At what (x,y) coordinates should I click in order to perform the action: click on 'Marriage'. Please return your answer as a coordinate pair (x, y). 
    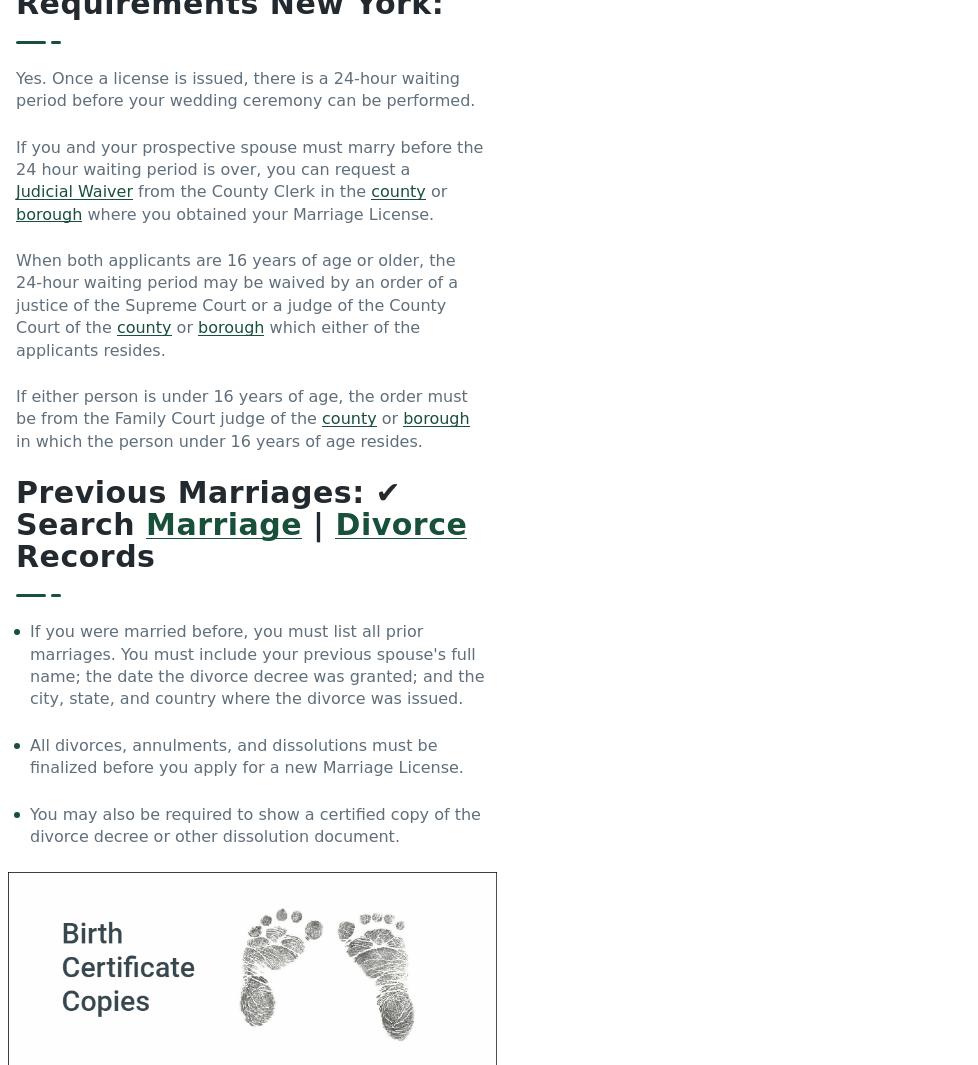
    Looking at the image, I should click on (223, 523).